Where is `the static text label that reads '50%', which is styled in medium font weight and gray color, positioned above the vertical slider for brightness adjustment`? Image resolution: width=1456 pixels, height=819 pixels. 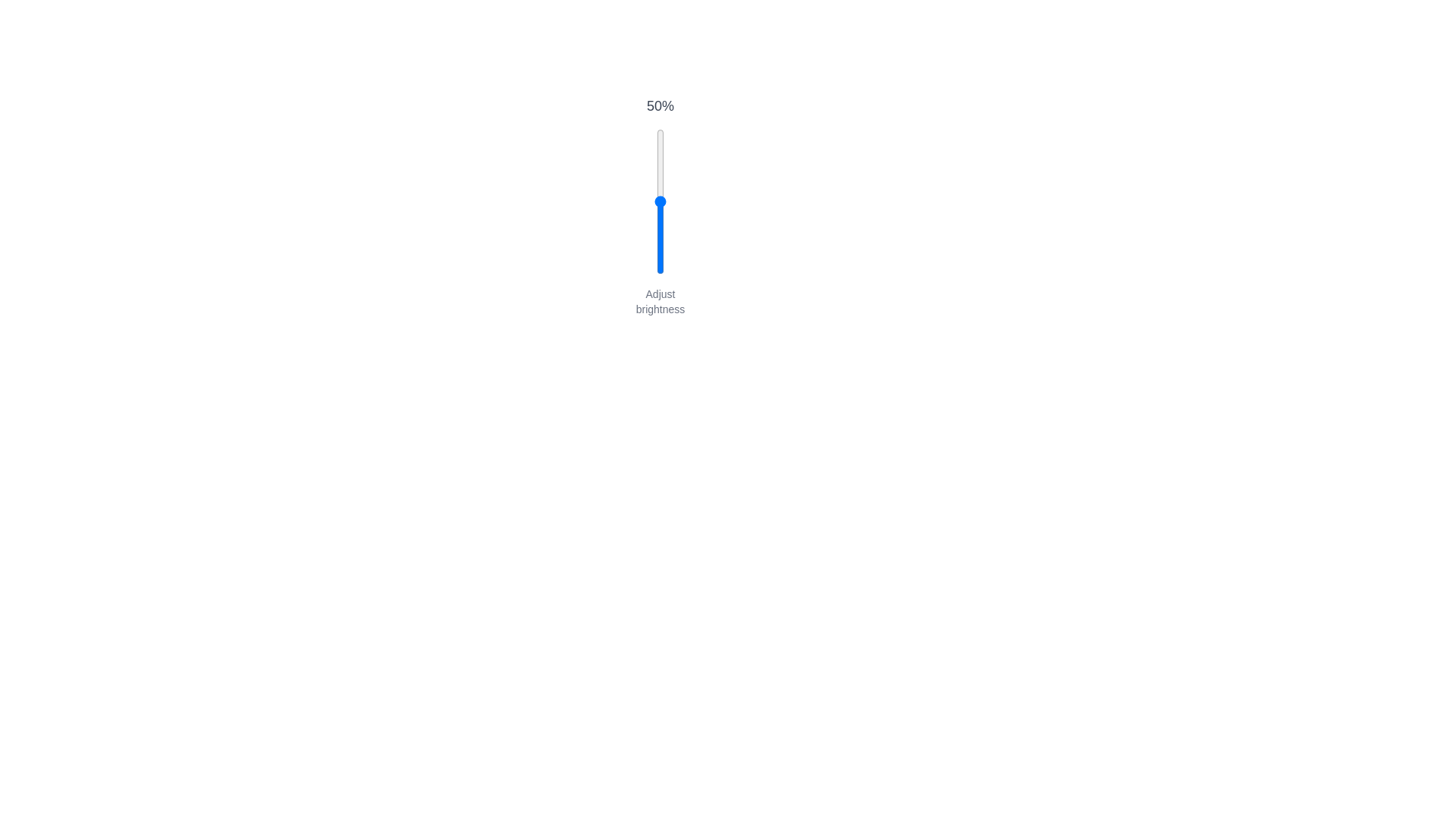
the static text label that reads '50%', which is styled in medium font weight and gray color, positioned above the vertical slider for brightness adjustment is located at coordinates (660, 105).